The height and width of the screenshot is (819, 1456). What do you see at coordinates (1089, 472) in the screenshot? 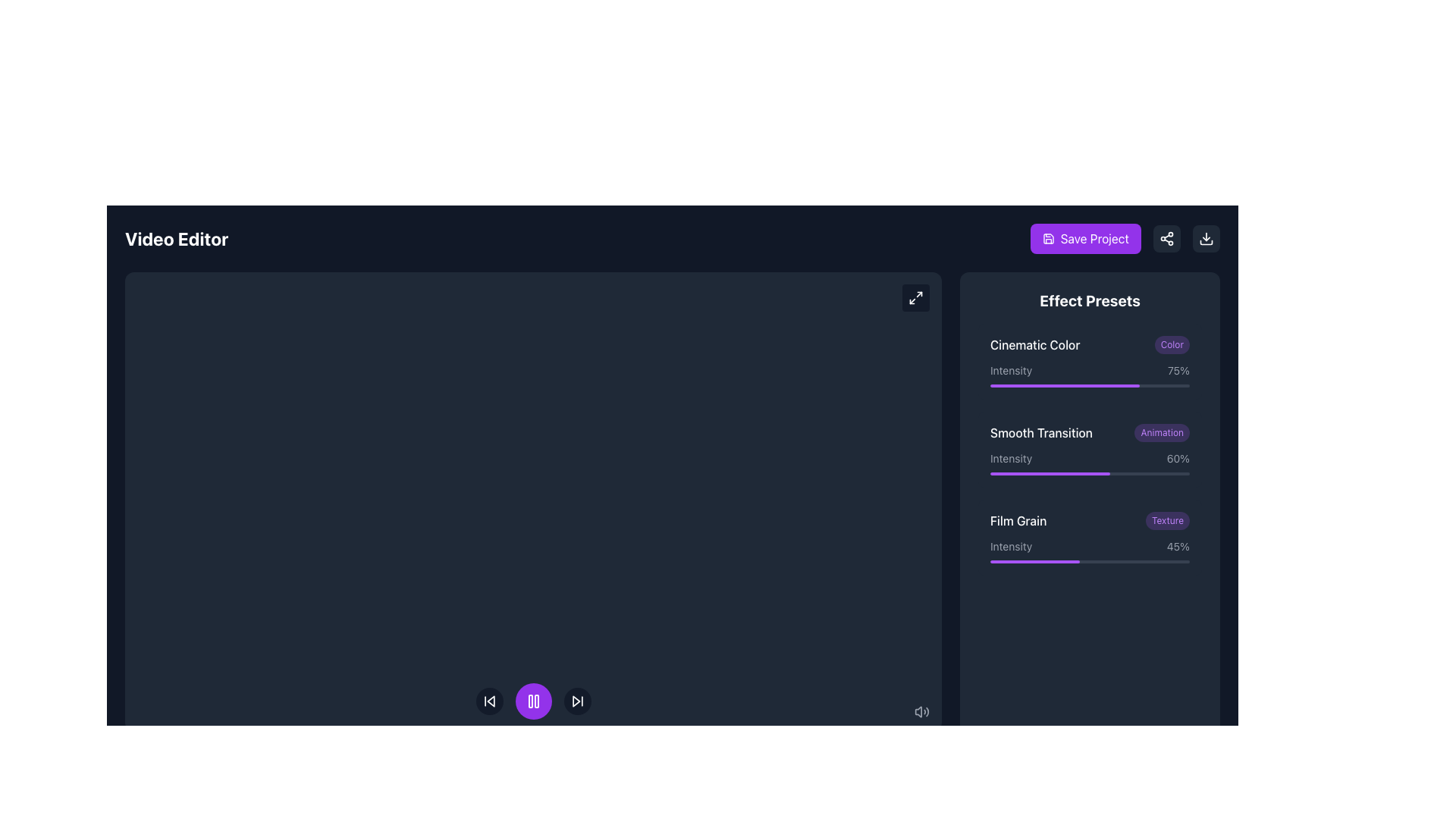
I see `the Progress Bar that visually represents the intensity level of the 'Smooth Transition Intensity' preset, located below the label with a percentage value of '60%'` at bounding box center [1089, 472].